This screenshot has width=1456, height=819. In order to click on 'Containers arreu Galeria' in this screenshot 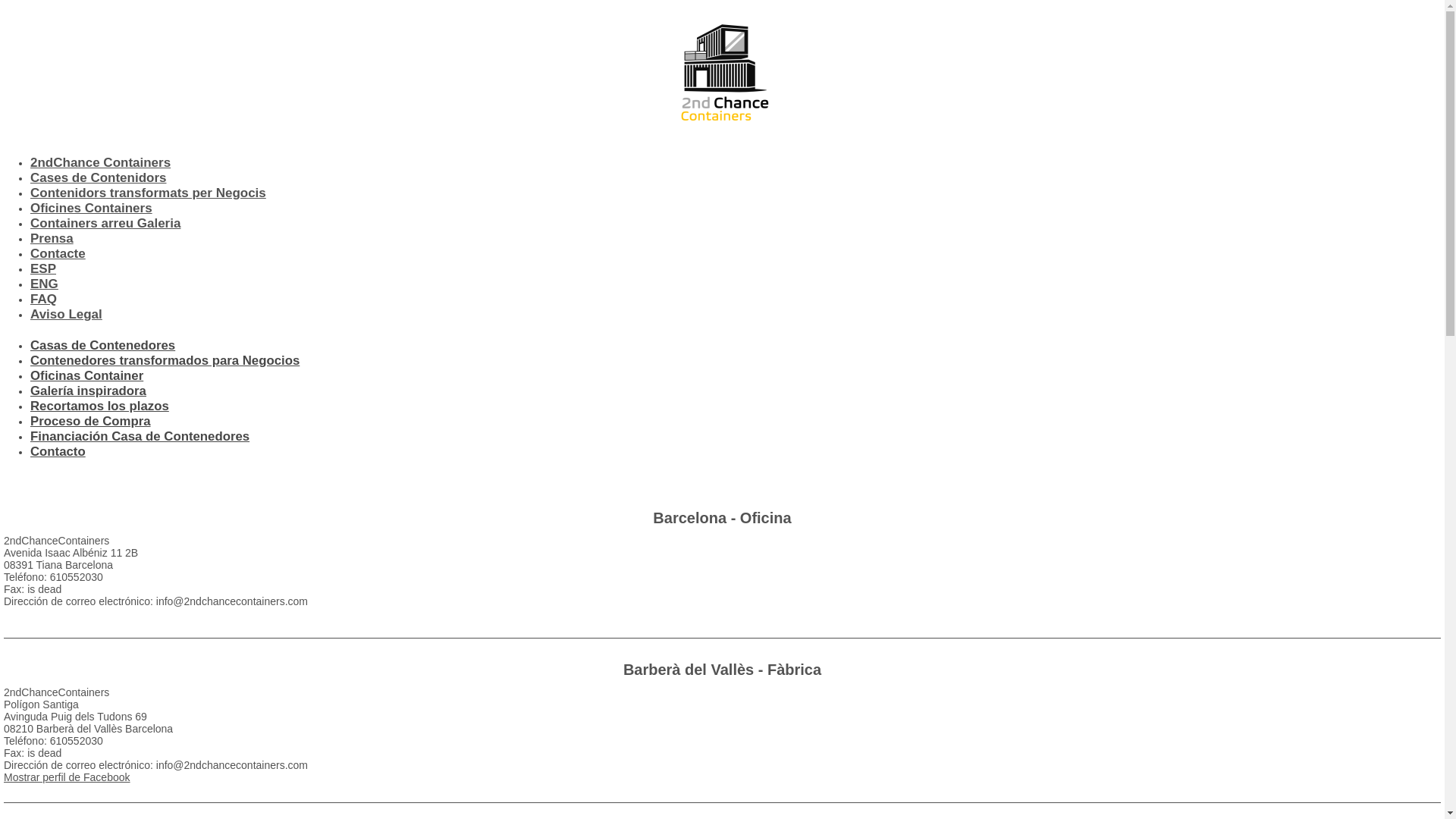, I will do `click(105, 223)`.